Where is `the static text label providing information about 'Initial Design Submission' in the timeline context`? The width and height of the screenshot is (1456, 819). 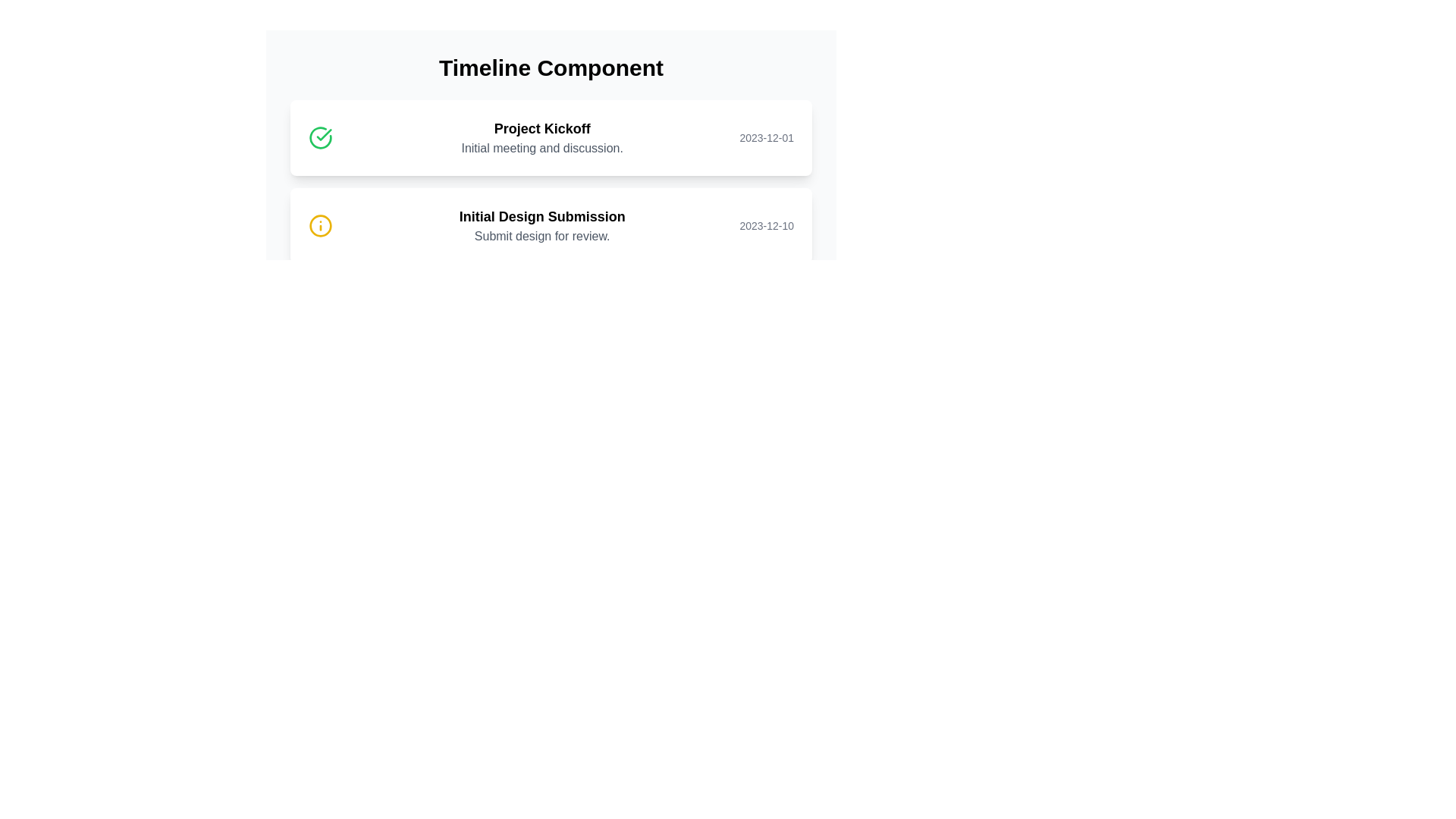
the static text label providing information about 'Initial Design Submission' in the timeline context is located at coordinates (542, 237).